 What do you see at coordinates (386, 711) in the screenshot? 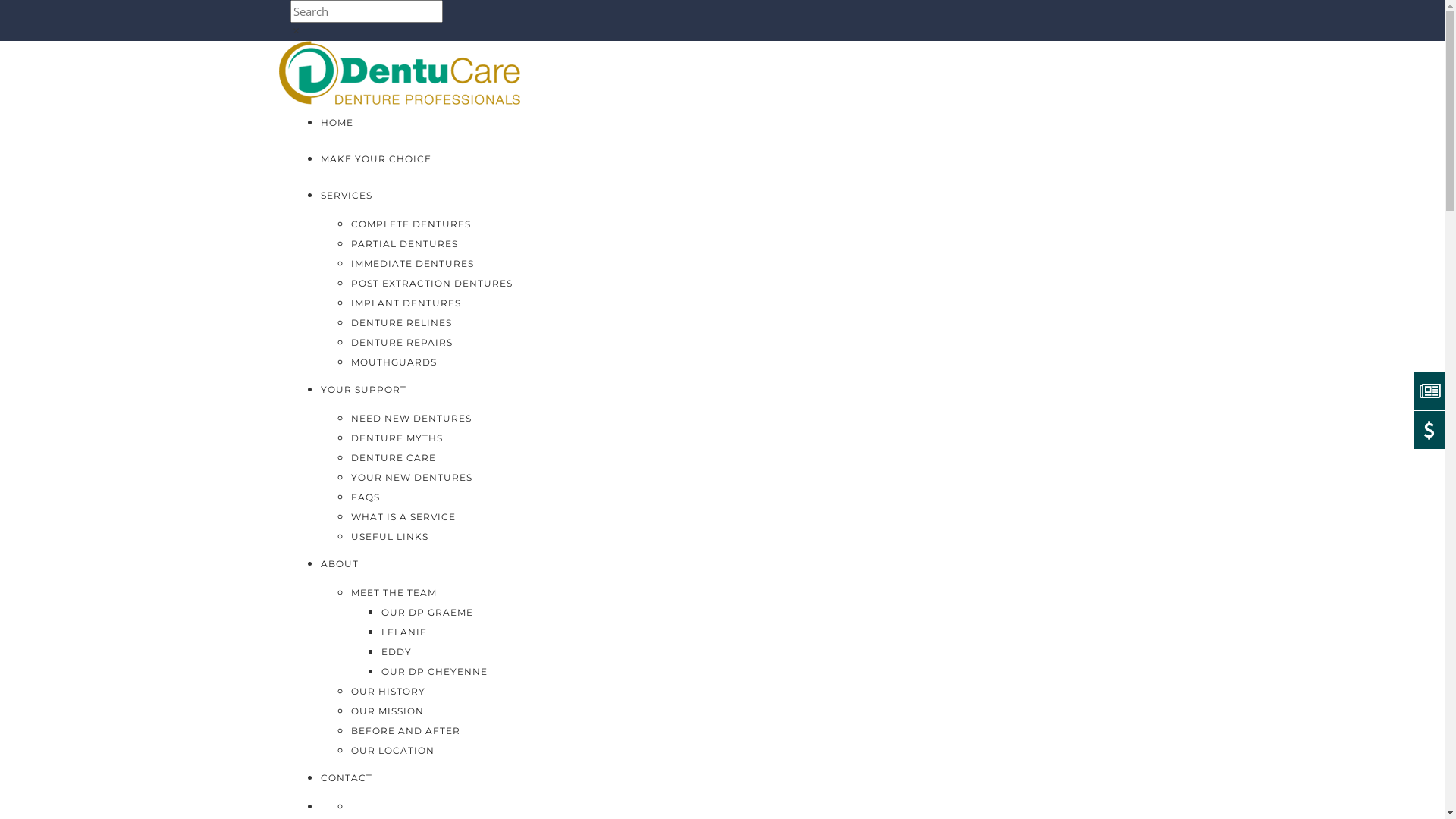
I see `'OUR MISSION'` at bounding box center [386, 711].